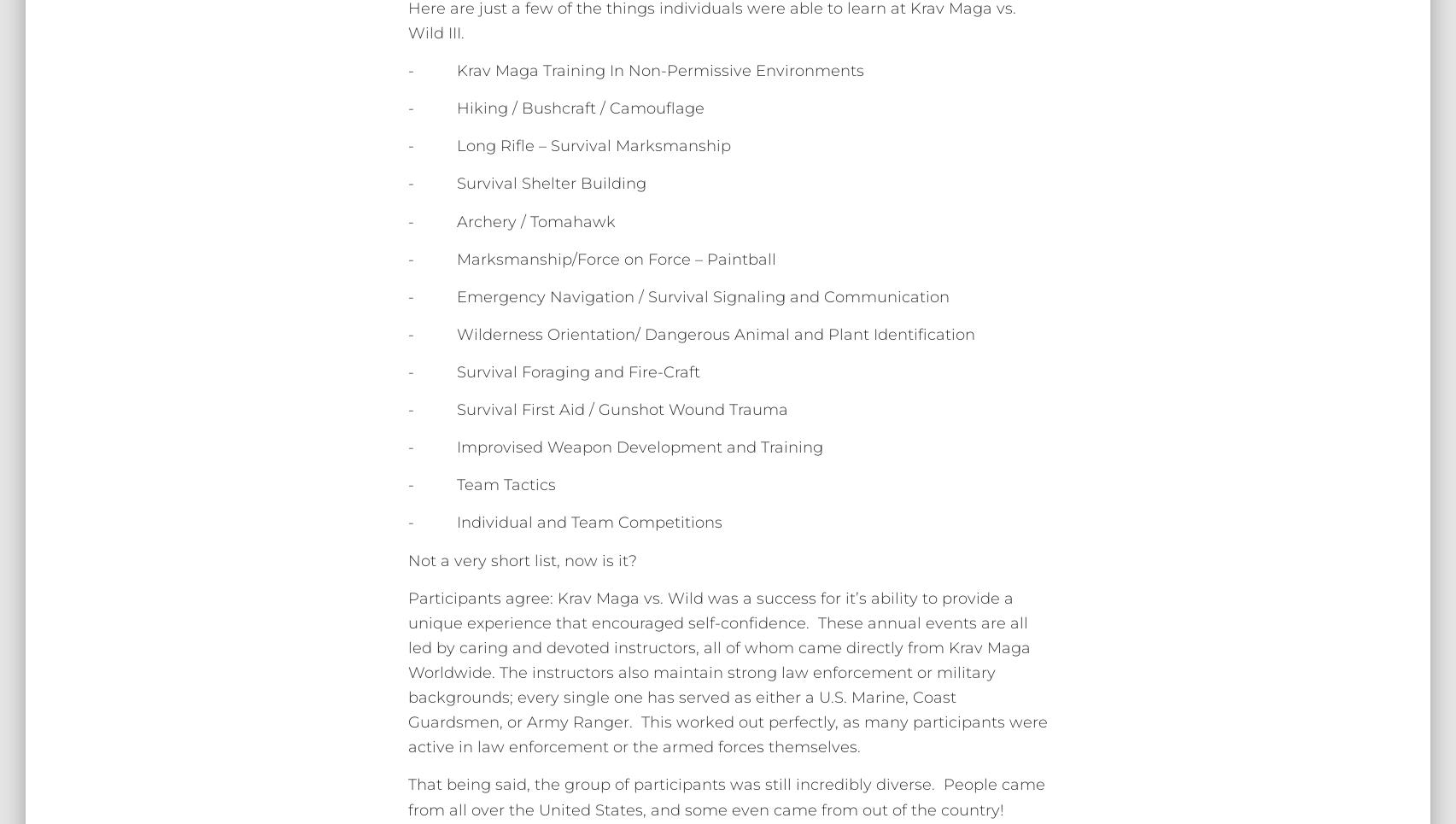 This screenshot has width=1456, height=824. Describe the element at coordinates (522, 560) in the screenshot. I see `'Not a very short list, now is it?'` at that location.